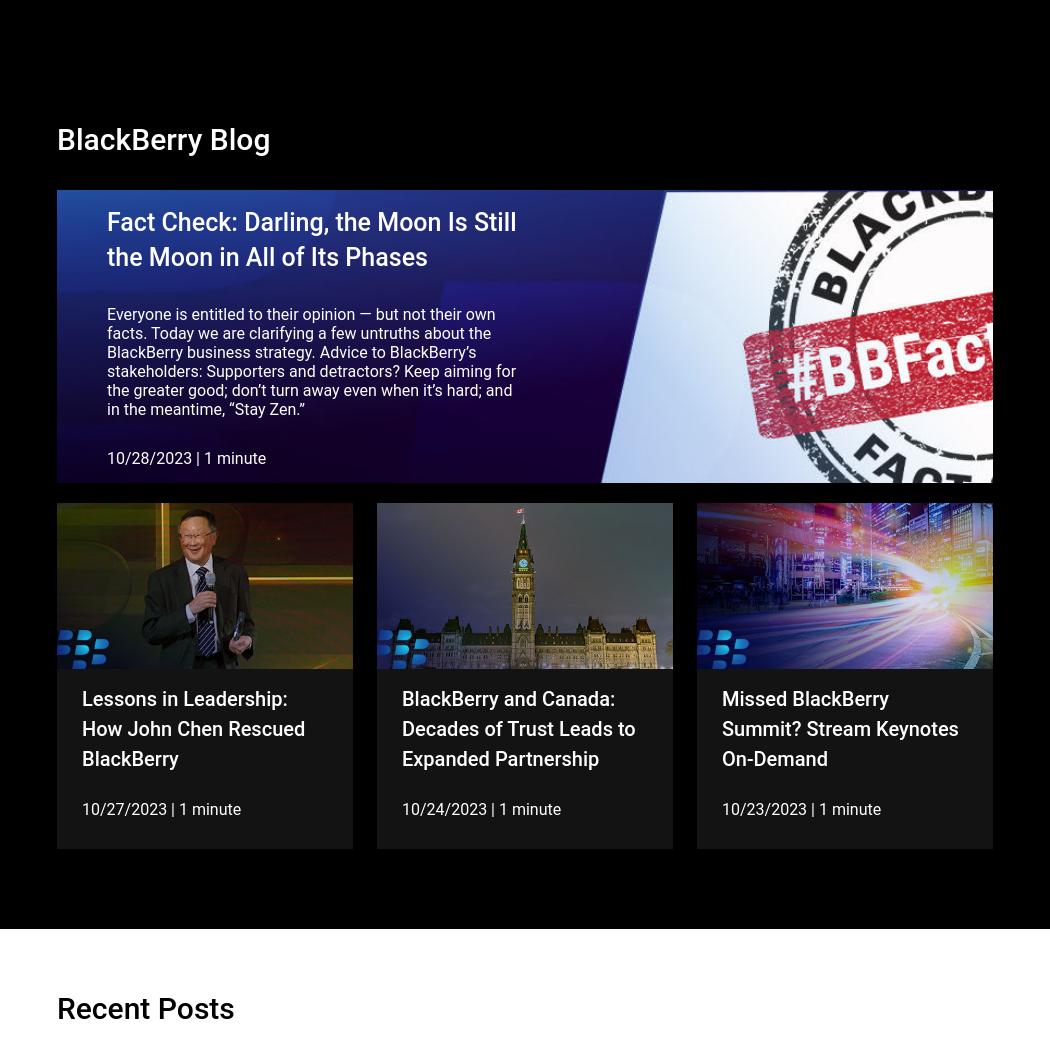  I want to click on '367', so click(463, 967).